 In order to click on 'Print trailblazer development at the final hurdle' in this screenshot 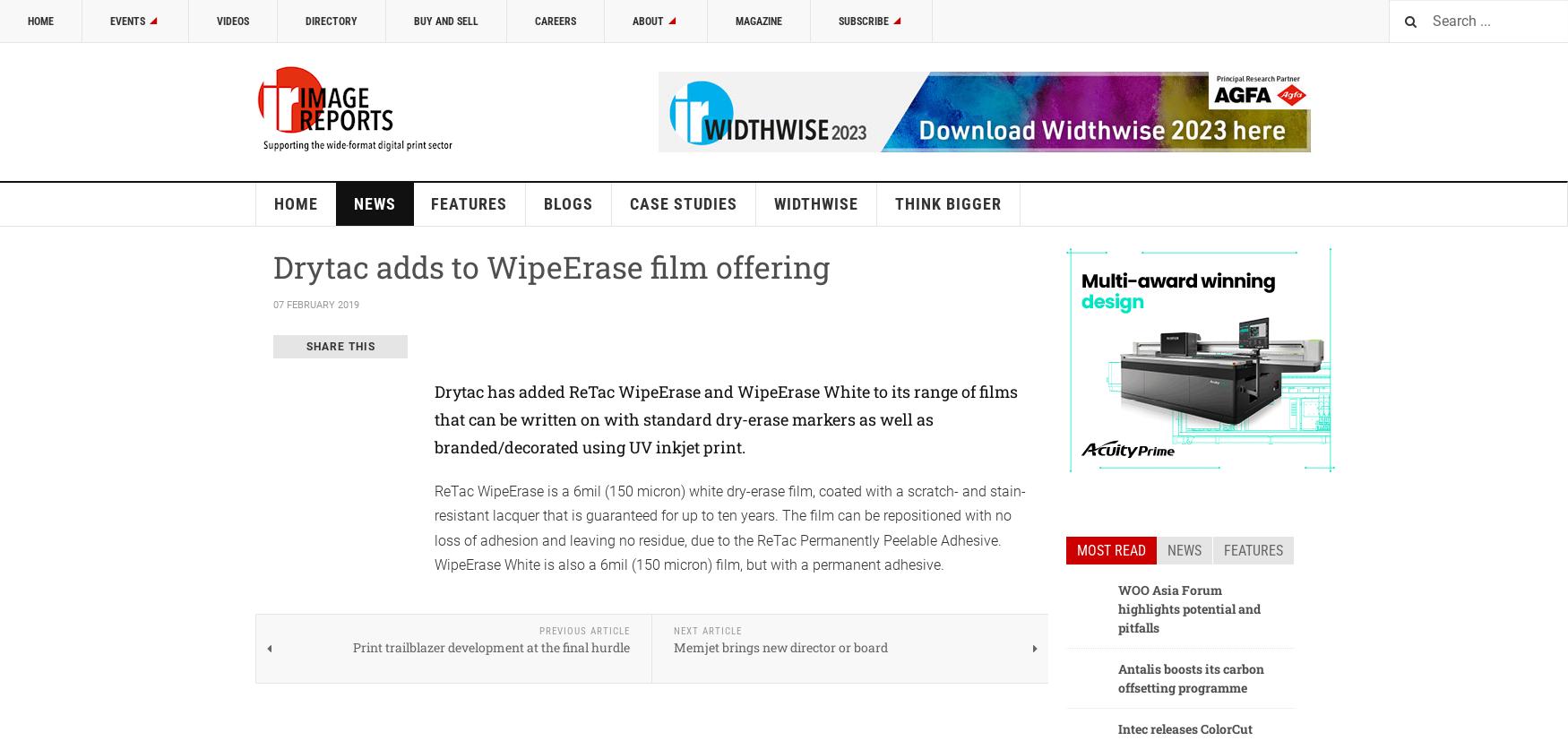, I will do `click(490, 646)`.